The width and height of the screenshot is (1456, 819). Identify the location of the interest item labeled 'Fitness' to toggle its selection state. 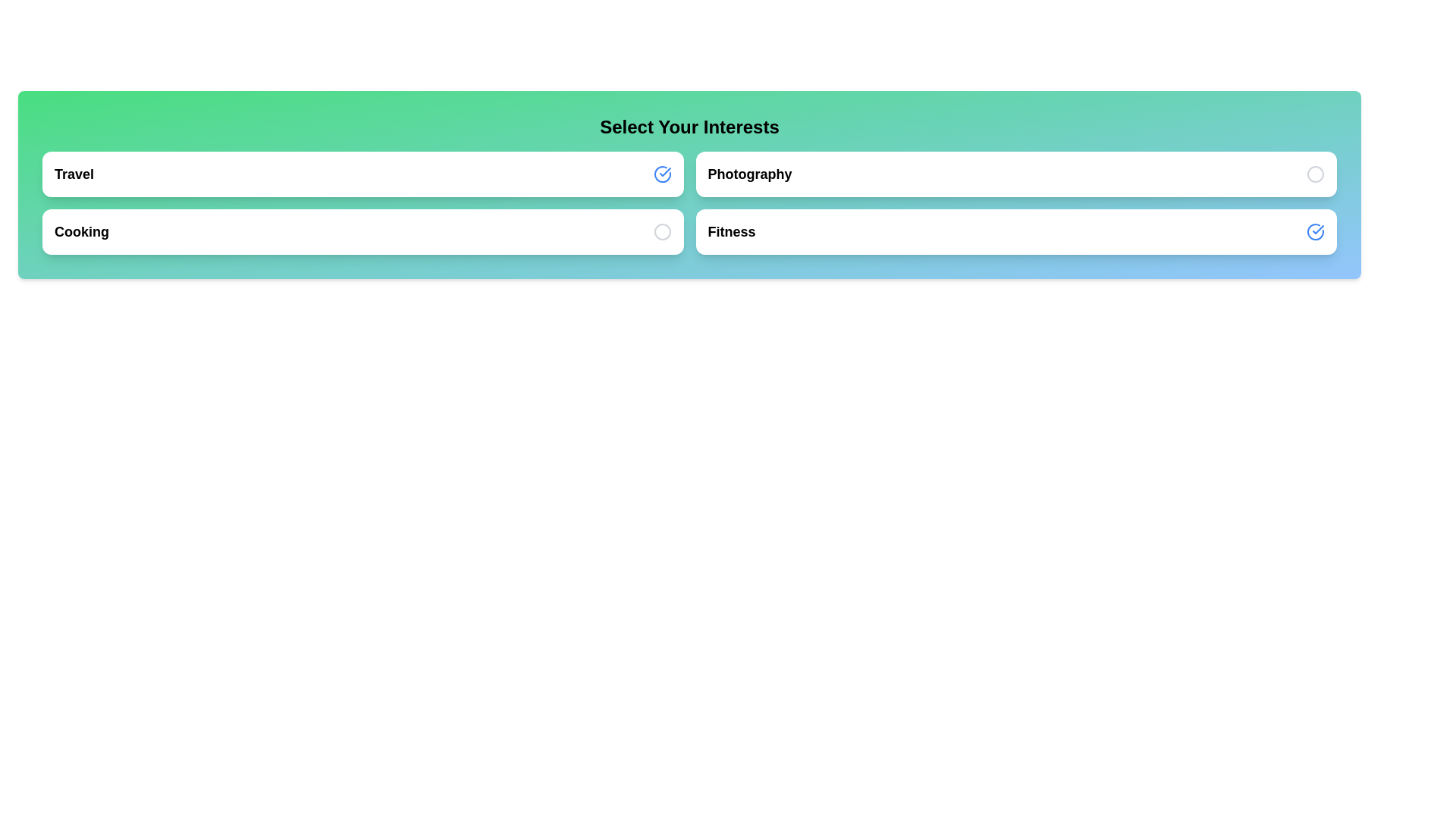
(1016, 231).